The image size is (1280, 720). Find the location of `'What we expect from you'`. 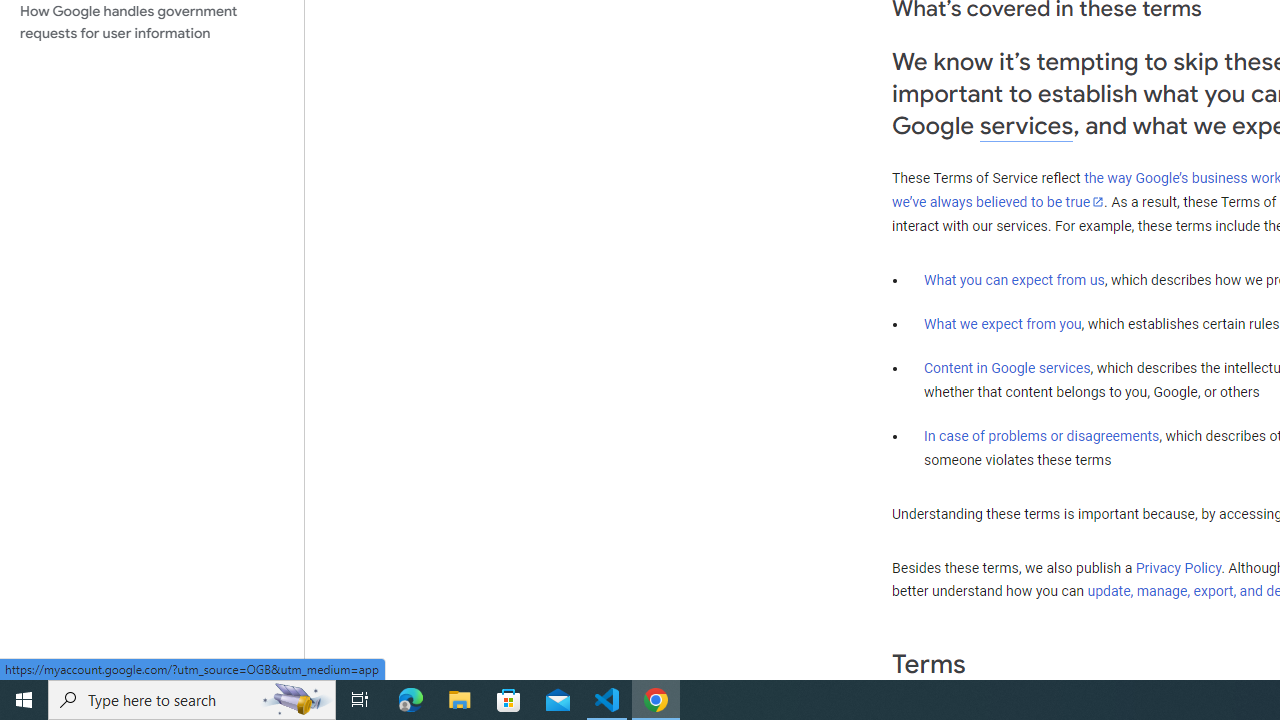

'What we expect from you' is located at coordinates (1002, 323).